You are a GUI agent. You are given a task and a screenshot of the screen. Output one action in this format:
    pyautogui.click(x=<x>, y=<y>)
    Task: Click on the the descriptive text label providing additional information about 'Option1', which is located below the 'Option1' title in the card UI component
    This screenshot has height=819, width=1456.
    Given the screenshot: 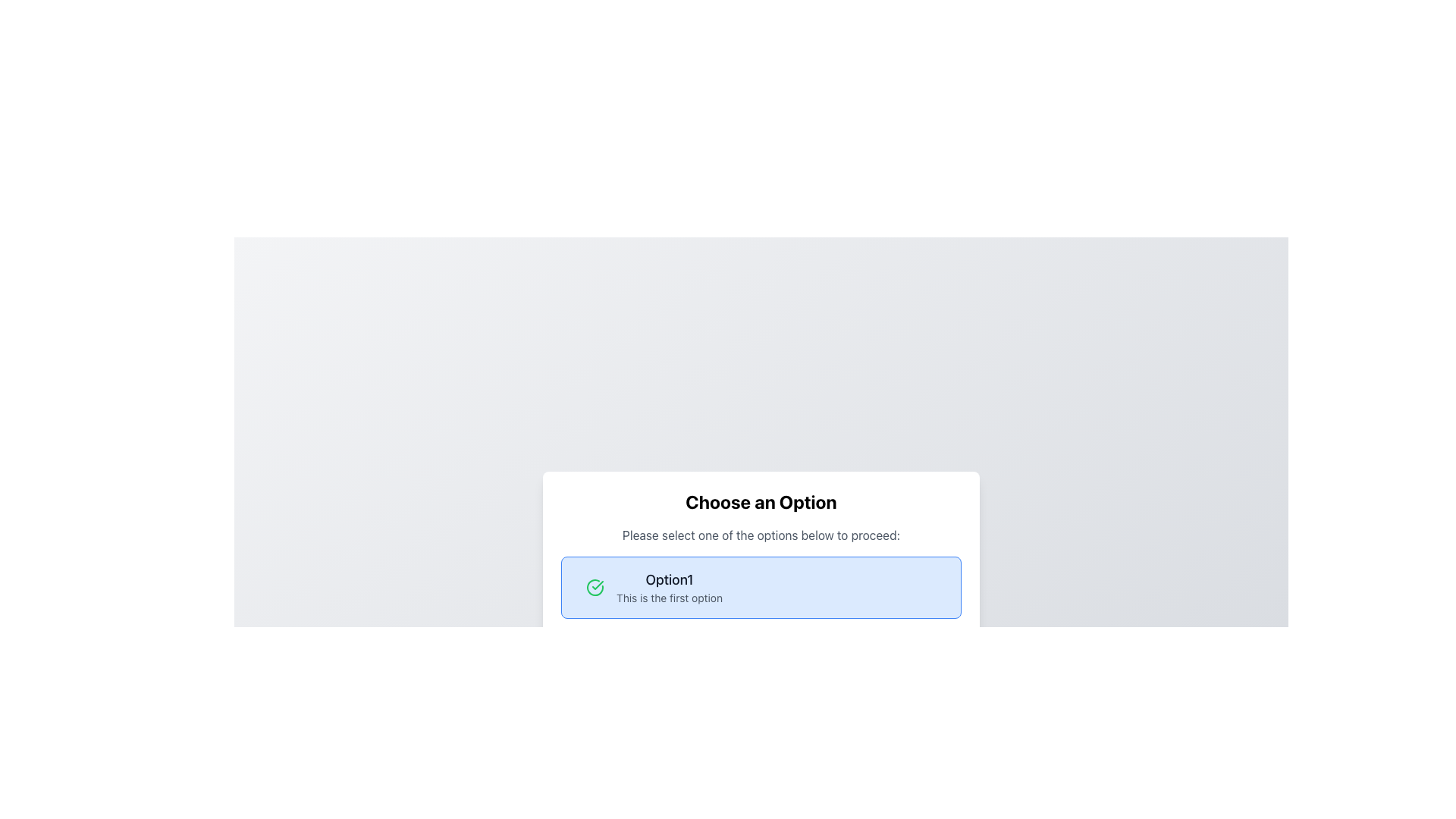 What is the action you would take?
    pyautogui.click(x=669, y=598)
    